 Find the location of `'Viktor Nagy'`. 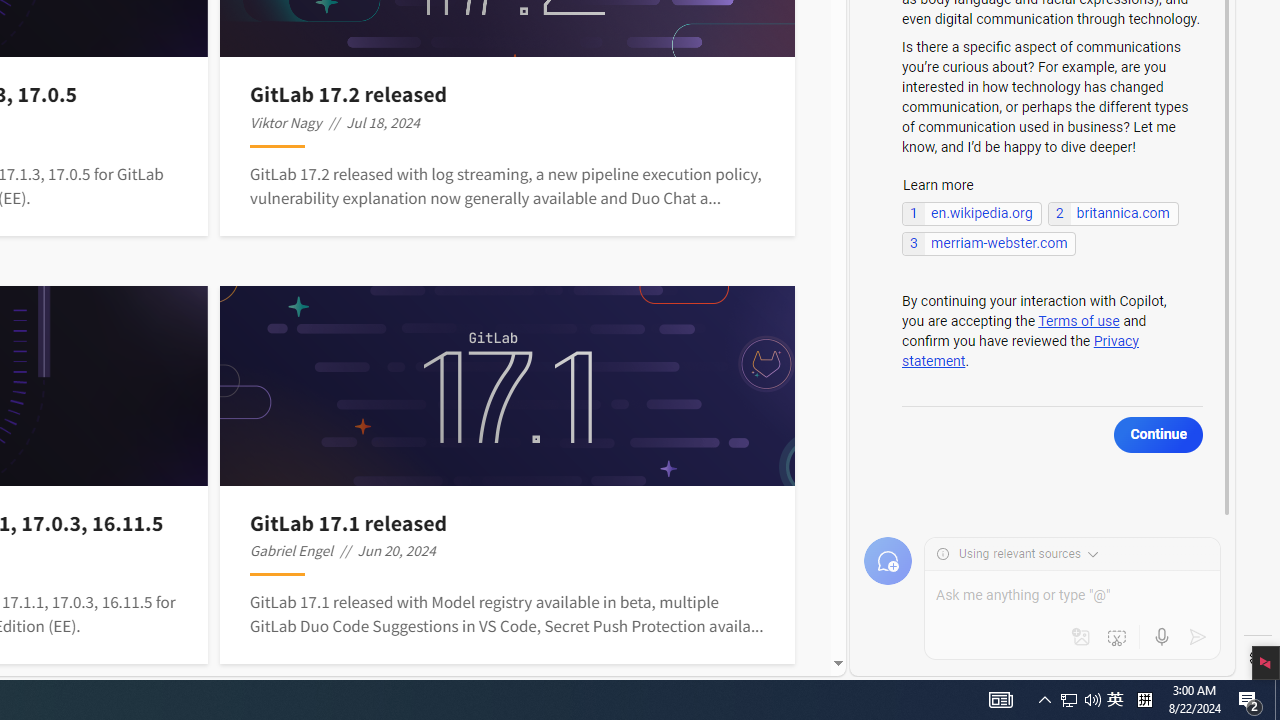

'Viktor Nagy' is located at coordinates (285, 122).